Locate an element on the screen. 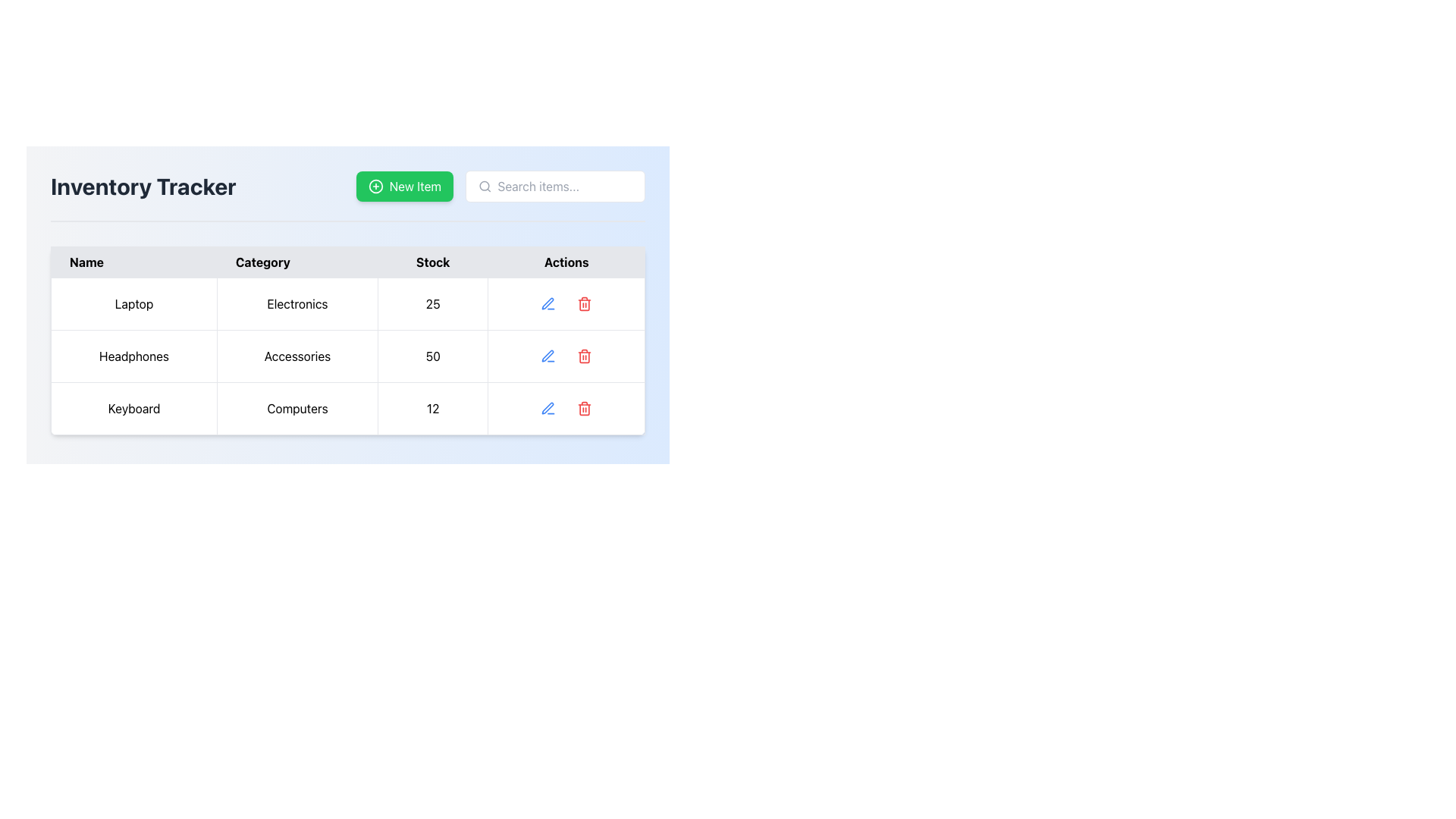 The width and height of the screenshot is (1456, 819). the red trash bin icon located in the 'Actions' column of the first row corresponding to 'Laptop' is located at coordinates (584, 304).